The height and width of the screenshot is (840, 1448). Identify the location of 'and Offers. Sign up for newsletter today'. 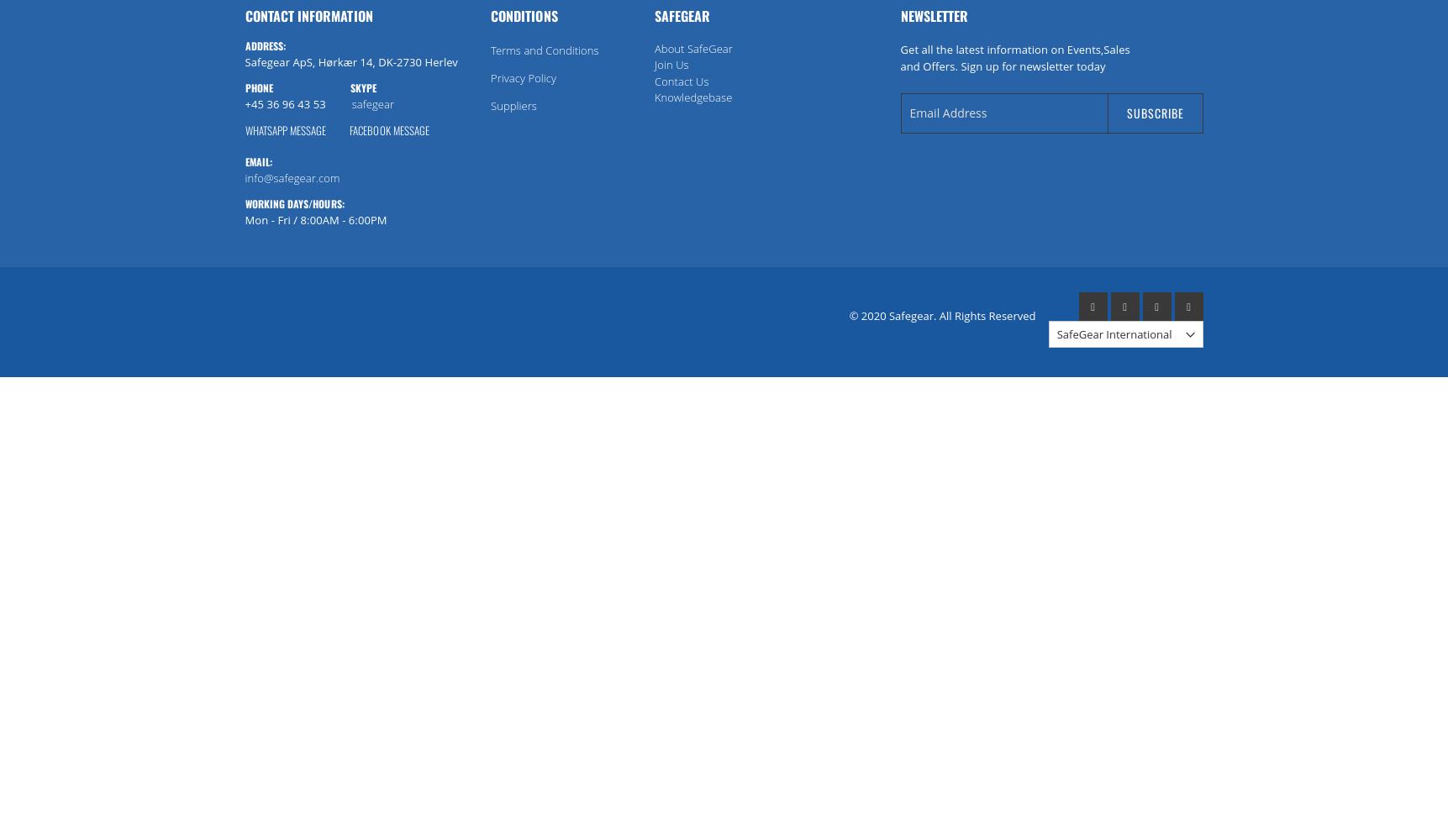
(1003, 65).